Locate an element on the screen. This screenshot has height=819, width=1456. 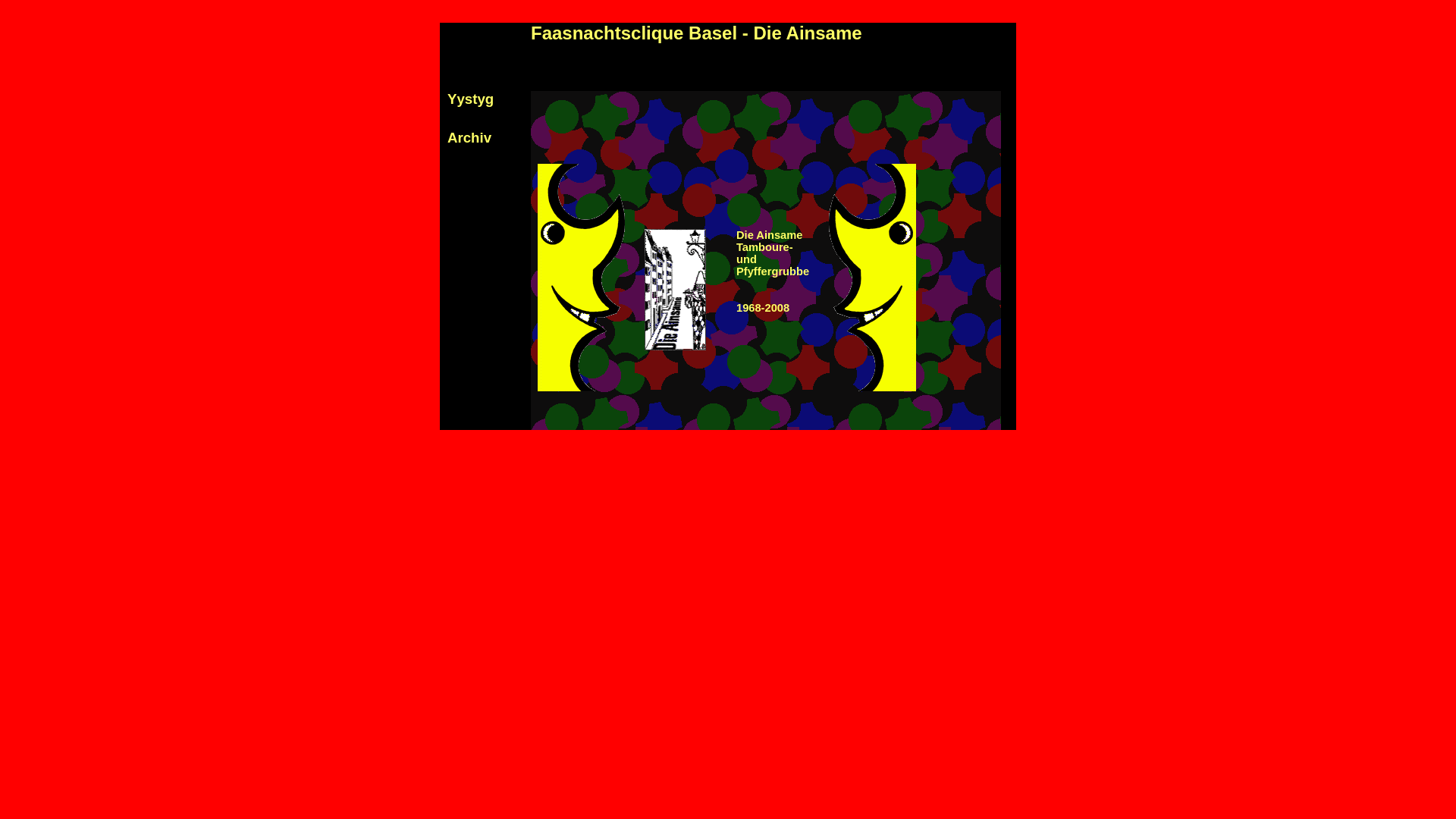
'Yystyg' is located at coordinates (469, 99).